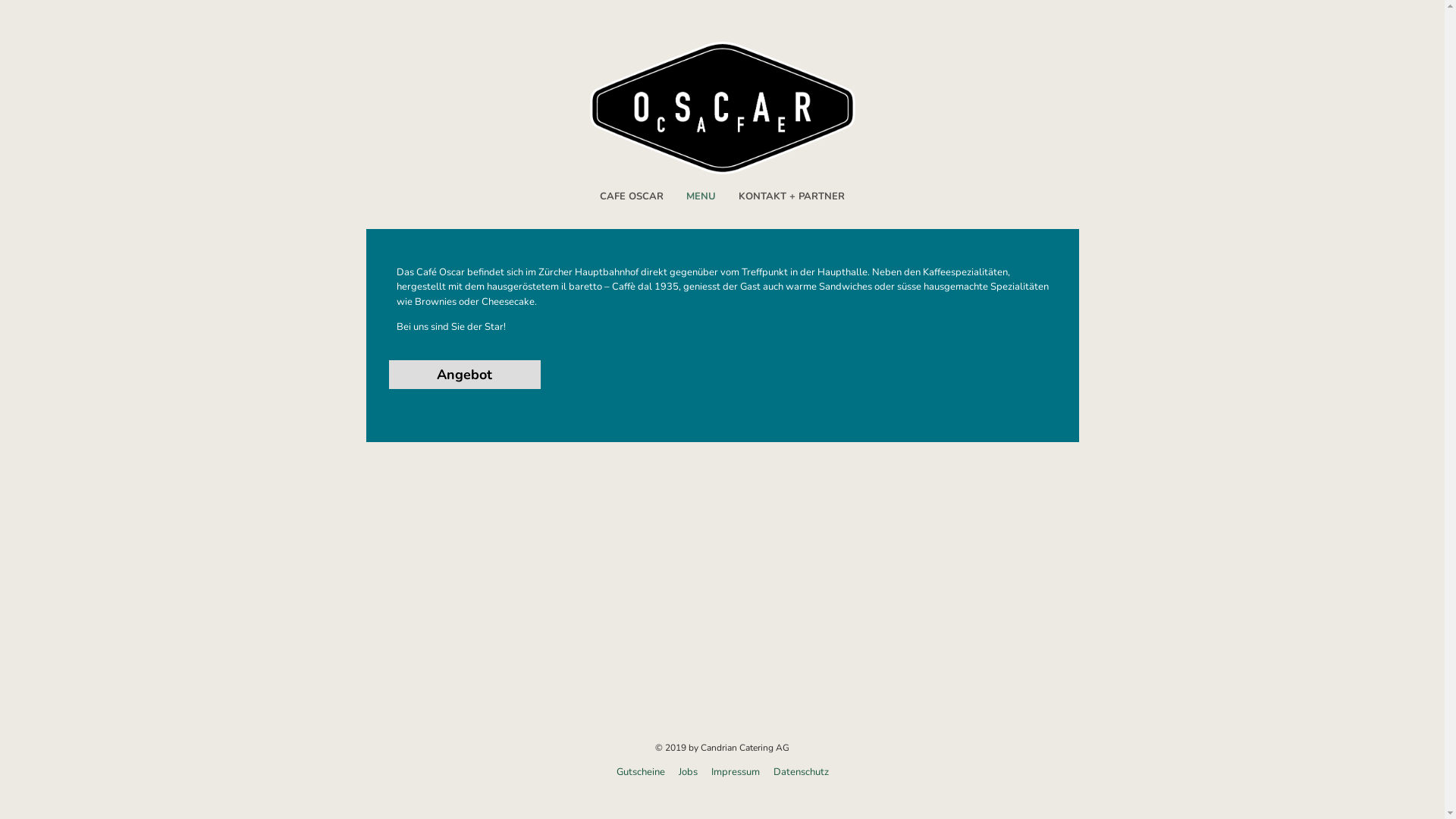 This screenshot has height=819, width=1456. I want to click on 'Gutscheine', so click(640, 772).